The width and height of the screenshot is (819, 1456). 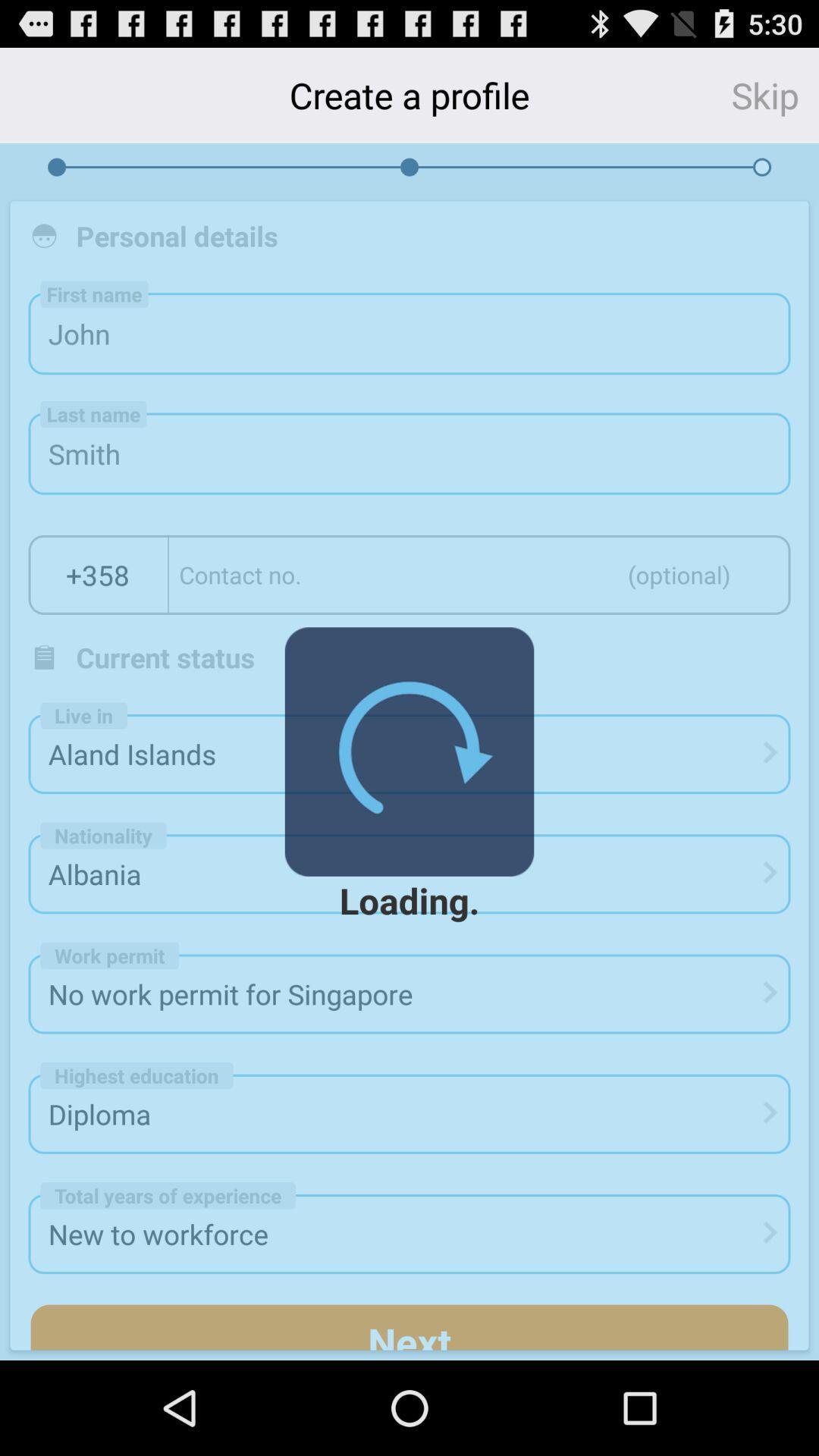 I want to click on the icon left to current status, so click(x=43, y=657).